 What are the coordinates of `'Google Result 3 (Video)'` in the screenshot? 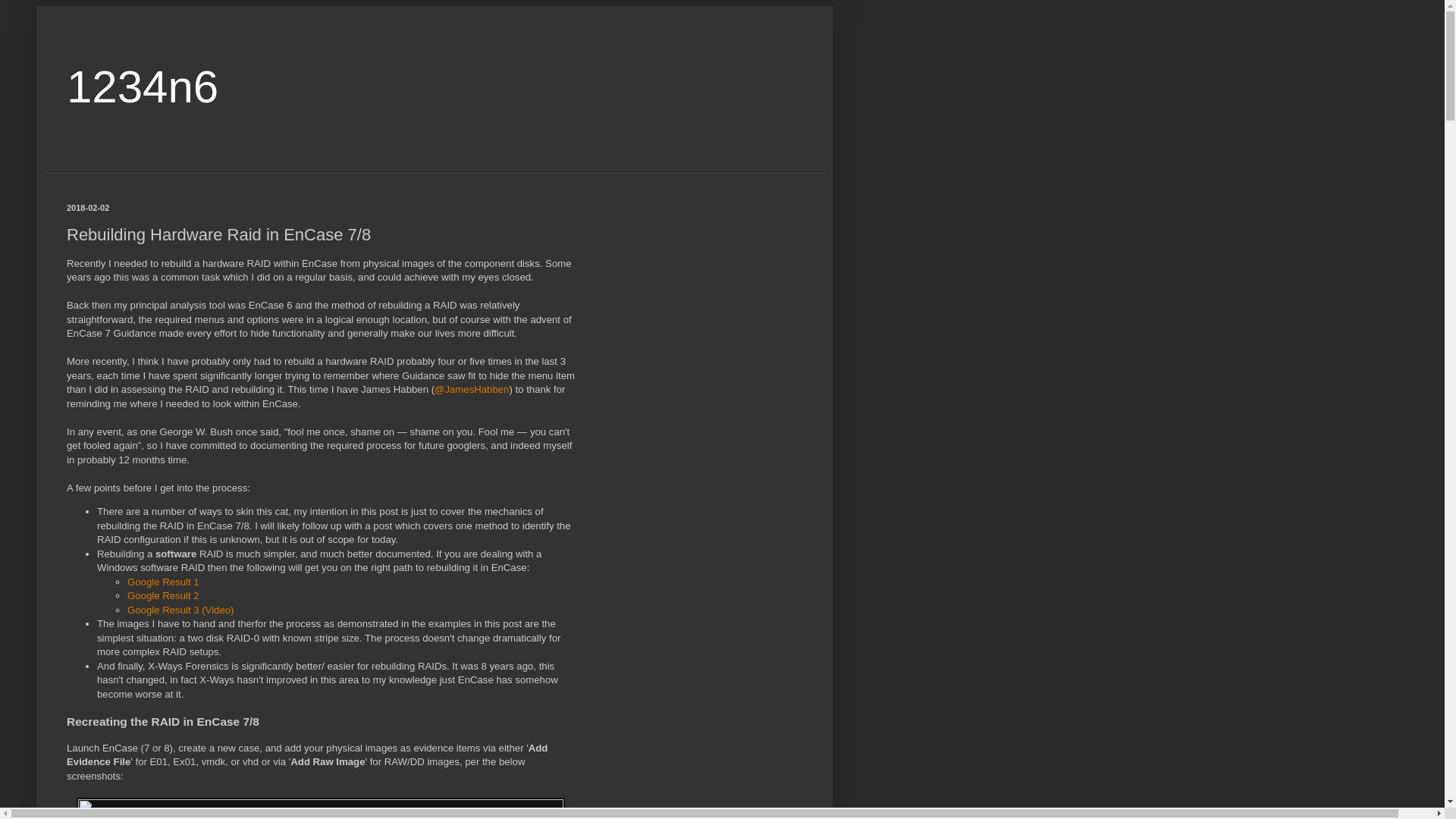 It's located at (180, 609).